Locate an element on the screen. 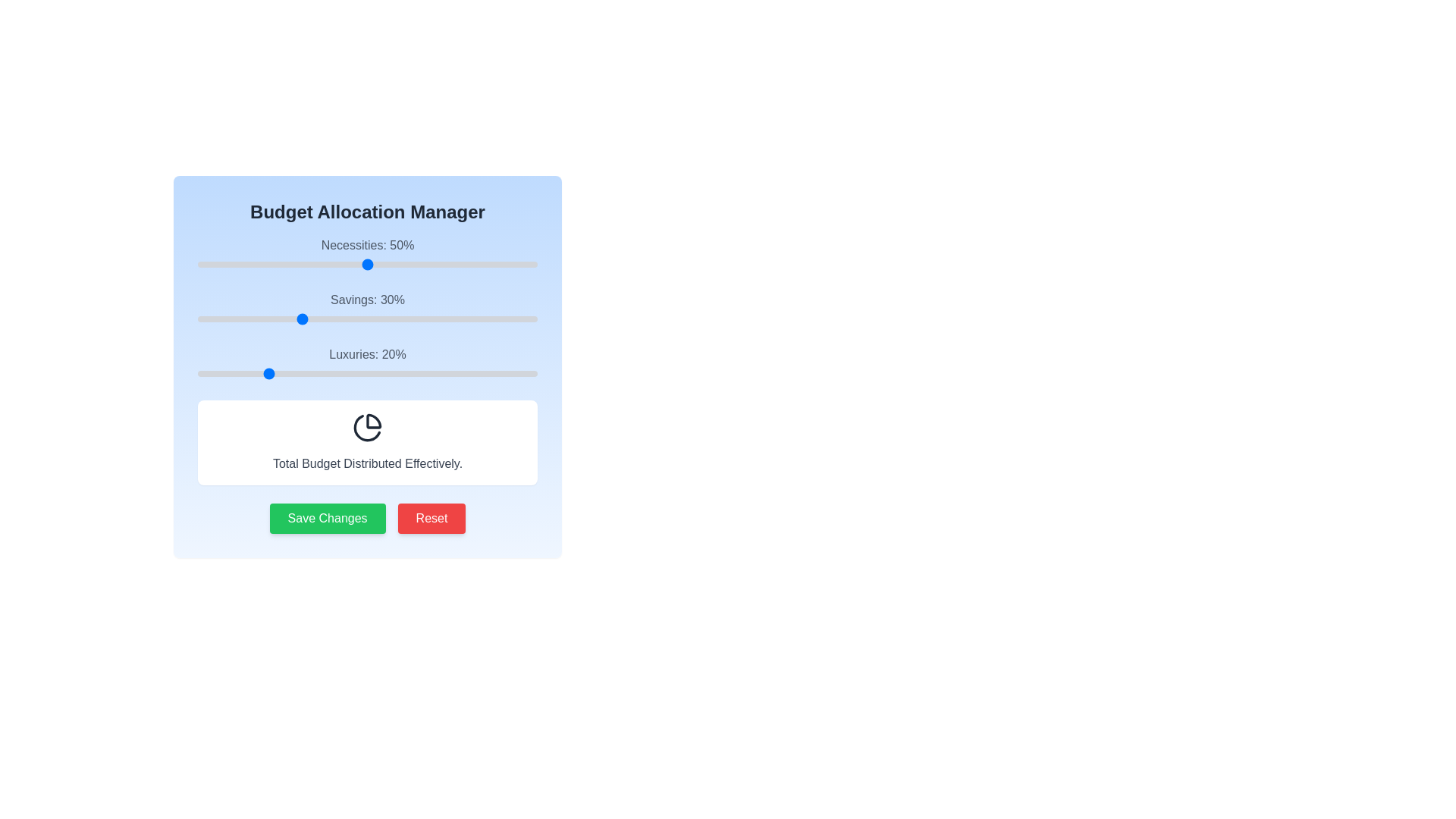 The height and width of the screenshot is (819, 1456). the luxuries allocation is located at coordinates (520, 374).